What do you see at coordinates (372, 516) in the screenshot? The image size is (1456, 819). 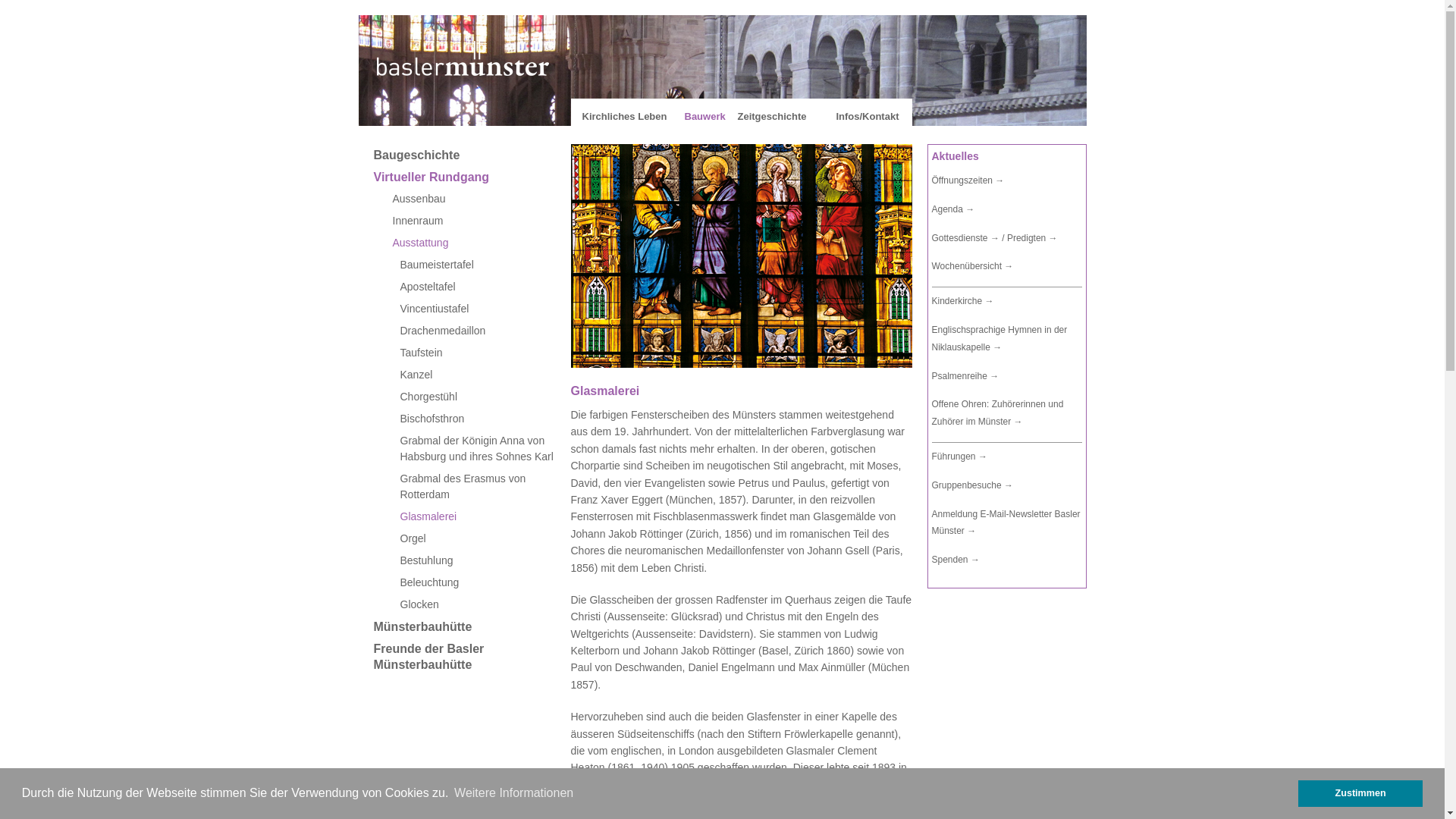 I see `'Glasmalerei'` at bounding box center [372, 516].